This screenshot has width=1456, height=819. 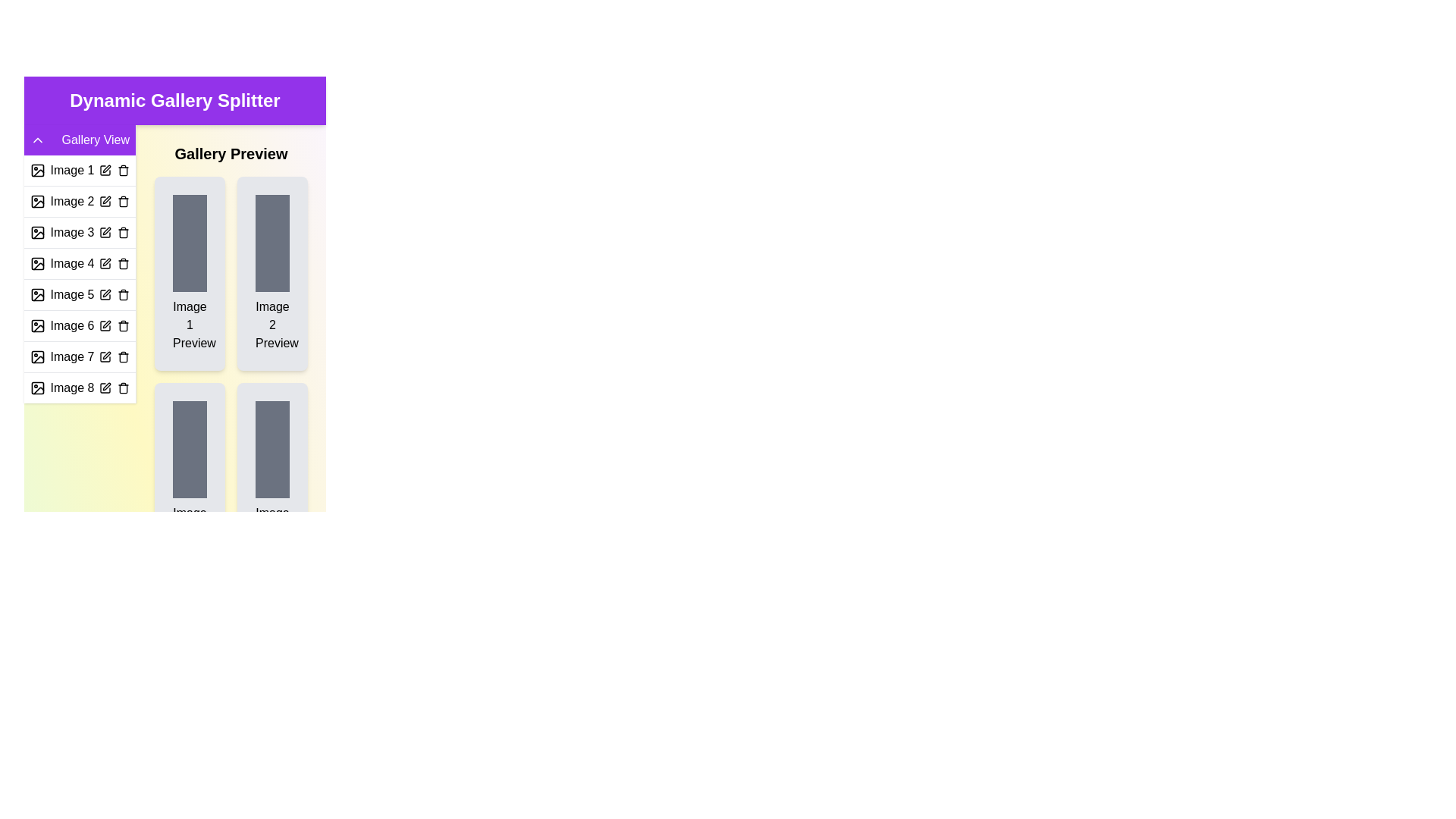 What do you see at coordinates (124, 356) in the screenshot?
I see `the trash bin icon, which is the third icon in the row of action icons located to the right of the 'Image 7' label in the Gallery View list` at bounding box center [124, 356].